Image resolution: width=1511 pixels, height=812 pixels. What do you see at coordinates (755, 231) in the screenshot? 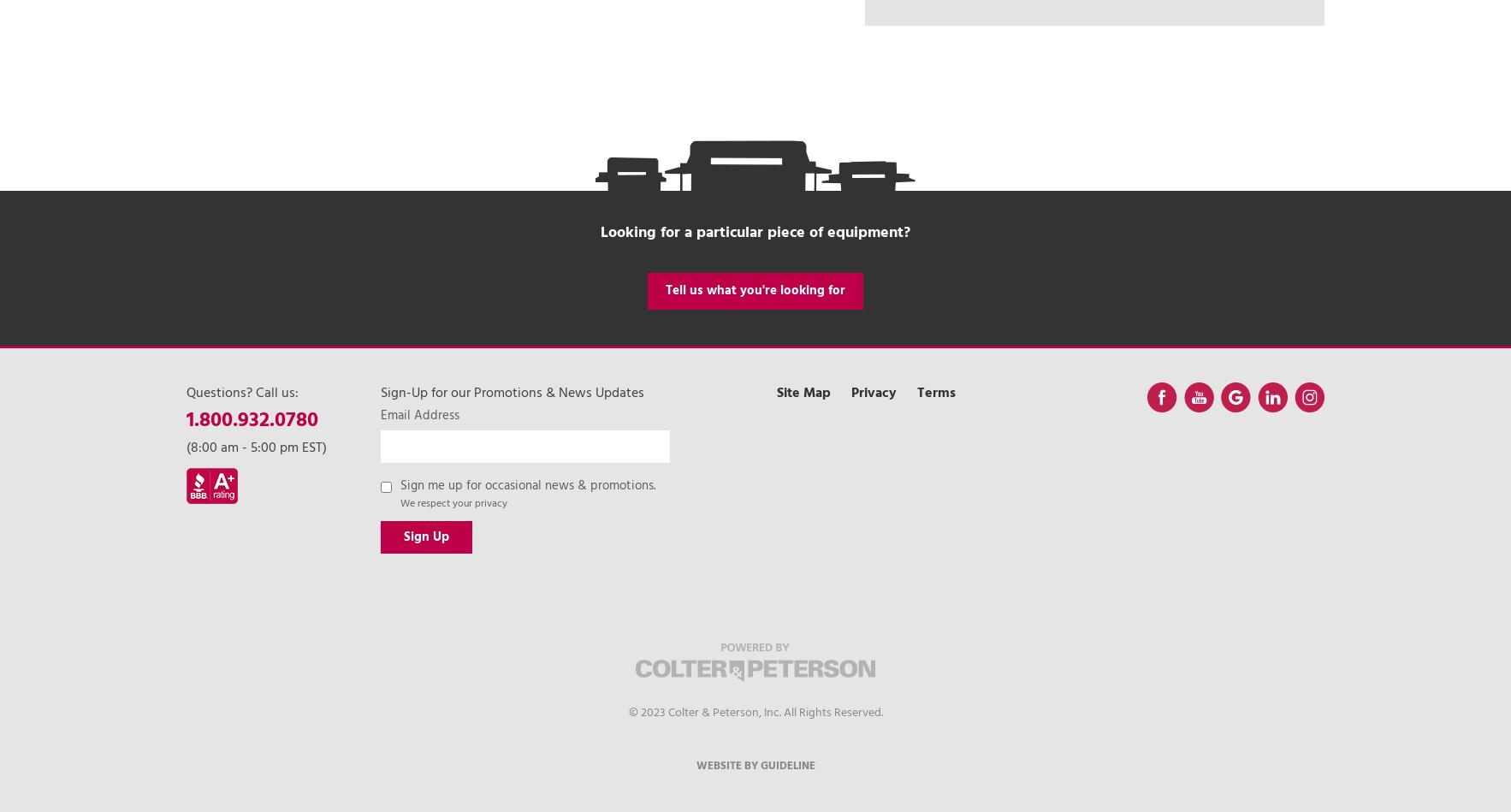
I see `'Looking for a particular piece of equipment?'` at bounding box center [755, 231].